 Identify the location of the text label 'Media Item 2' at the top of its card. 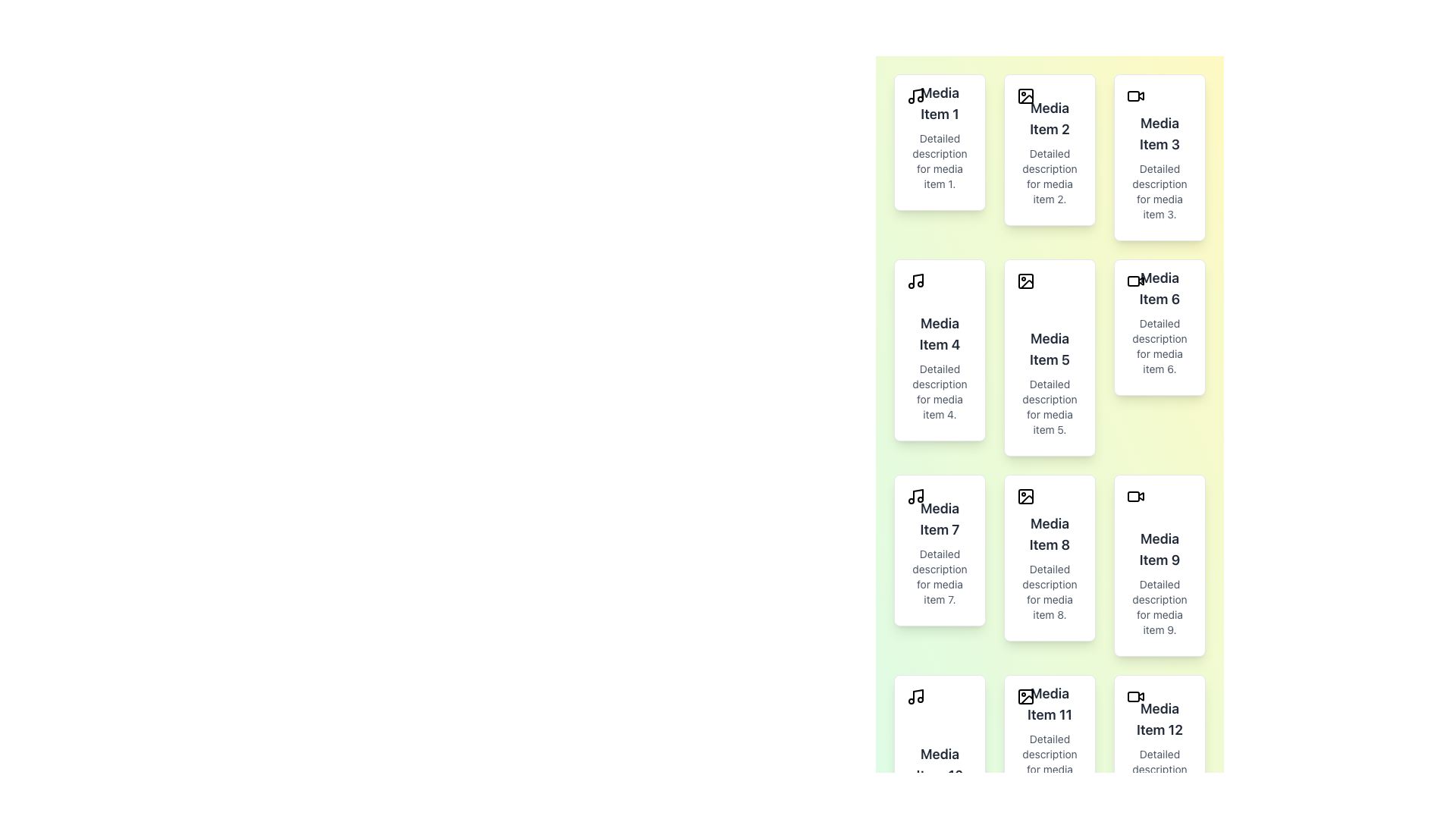
(1049, 118).